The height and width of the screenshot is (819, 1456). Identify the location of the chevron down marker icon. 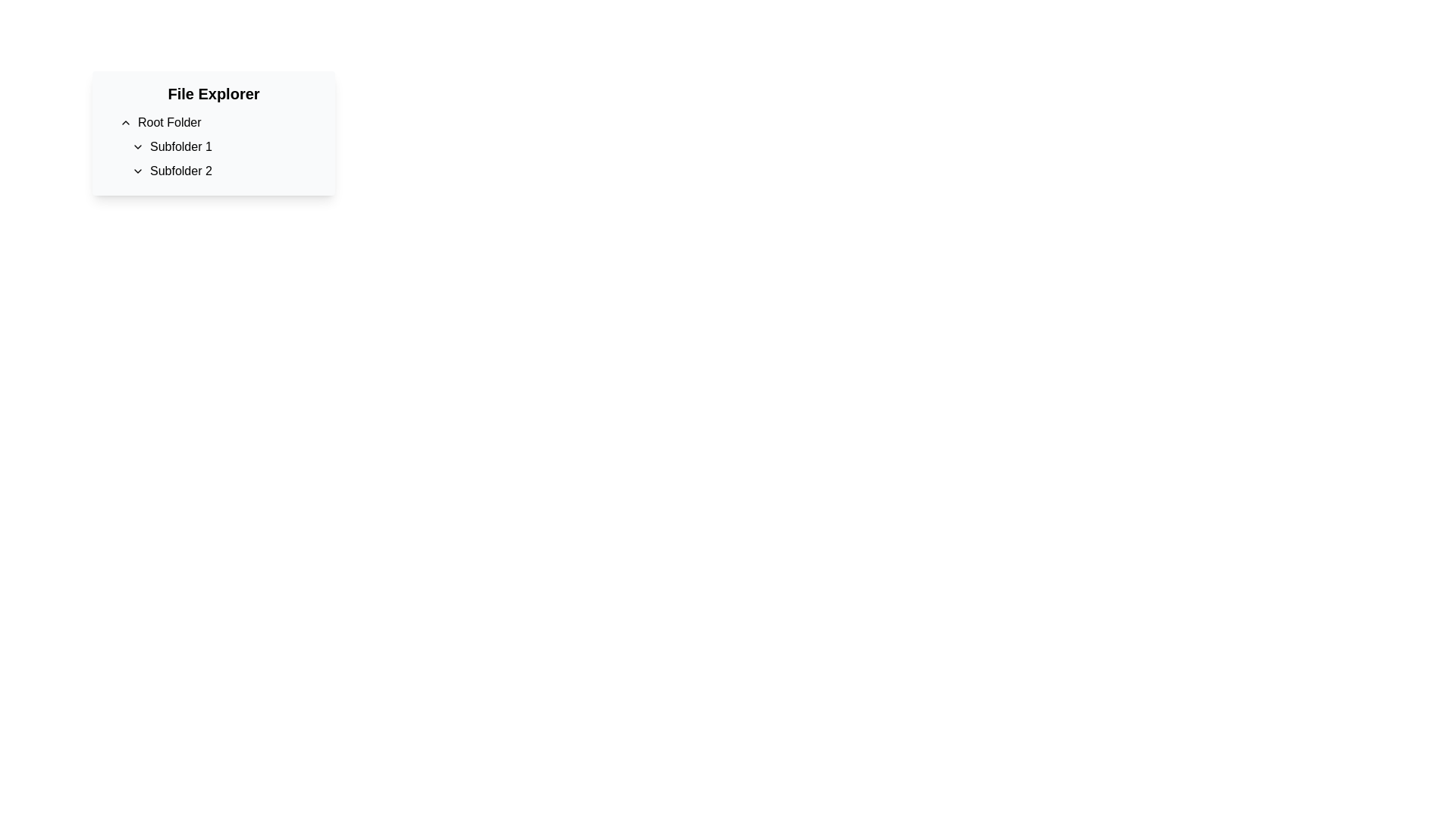
(138, 171).